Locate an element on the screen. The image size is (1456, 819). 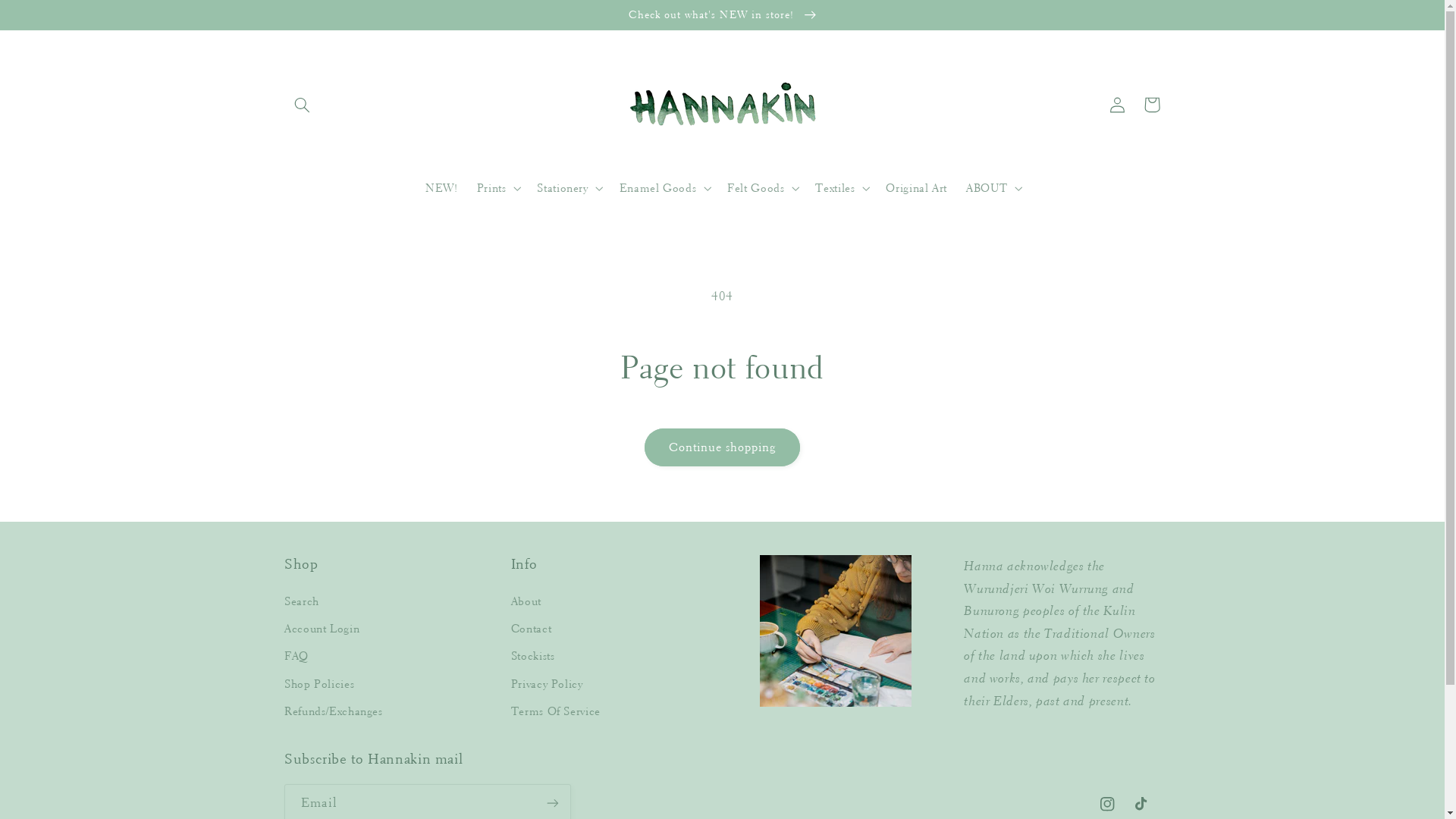
'Contact' is located at coordinates (510, 629).